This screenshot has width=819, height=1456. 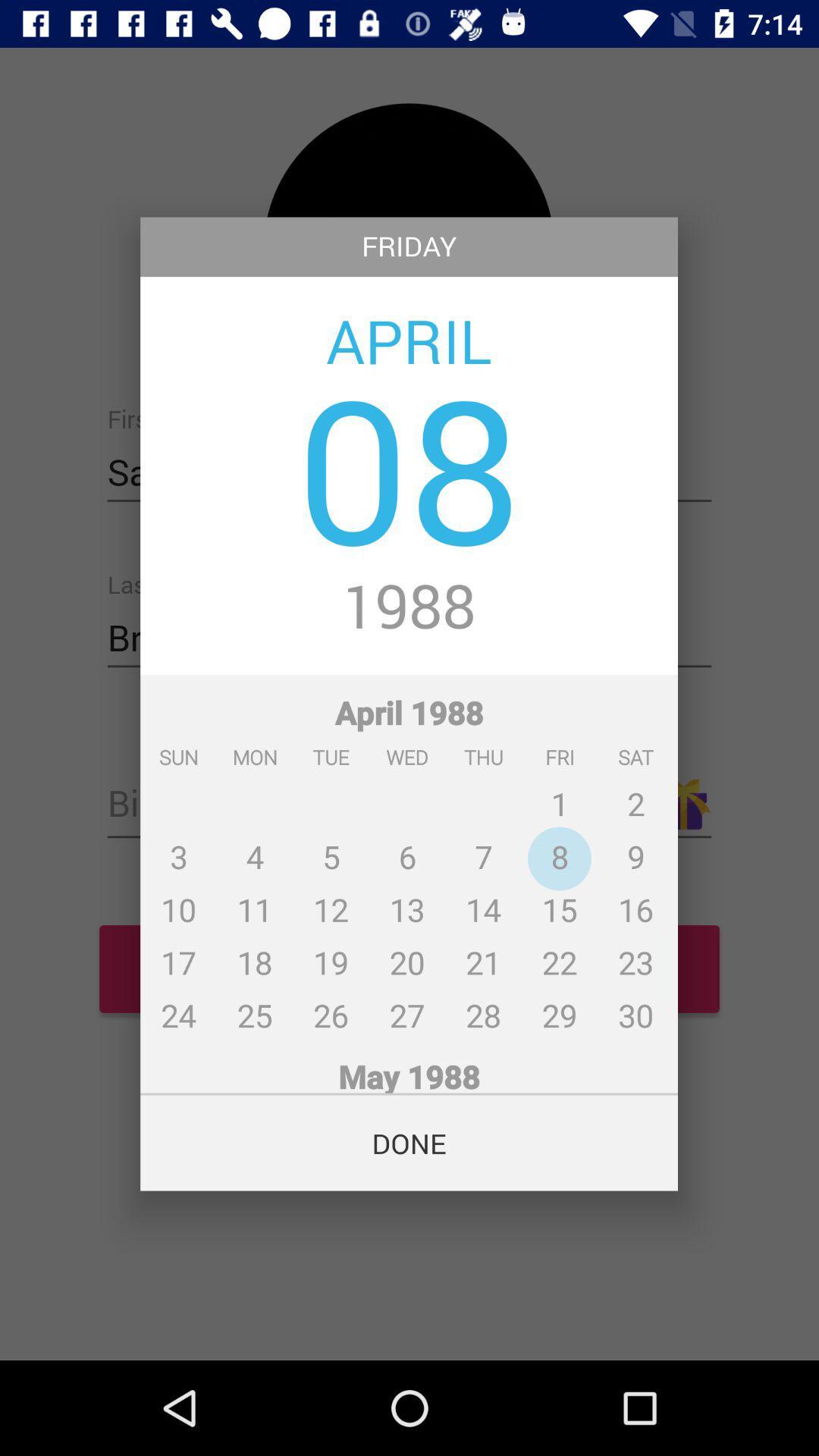 I want to click on the icon below the 1988 item, so click(x=408, y=857).